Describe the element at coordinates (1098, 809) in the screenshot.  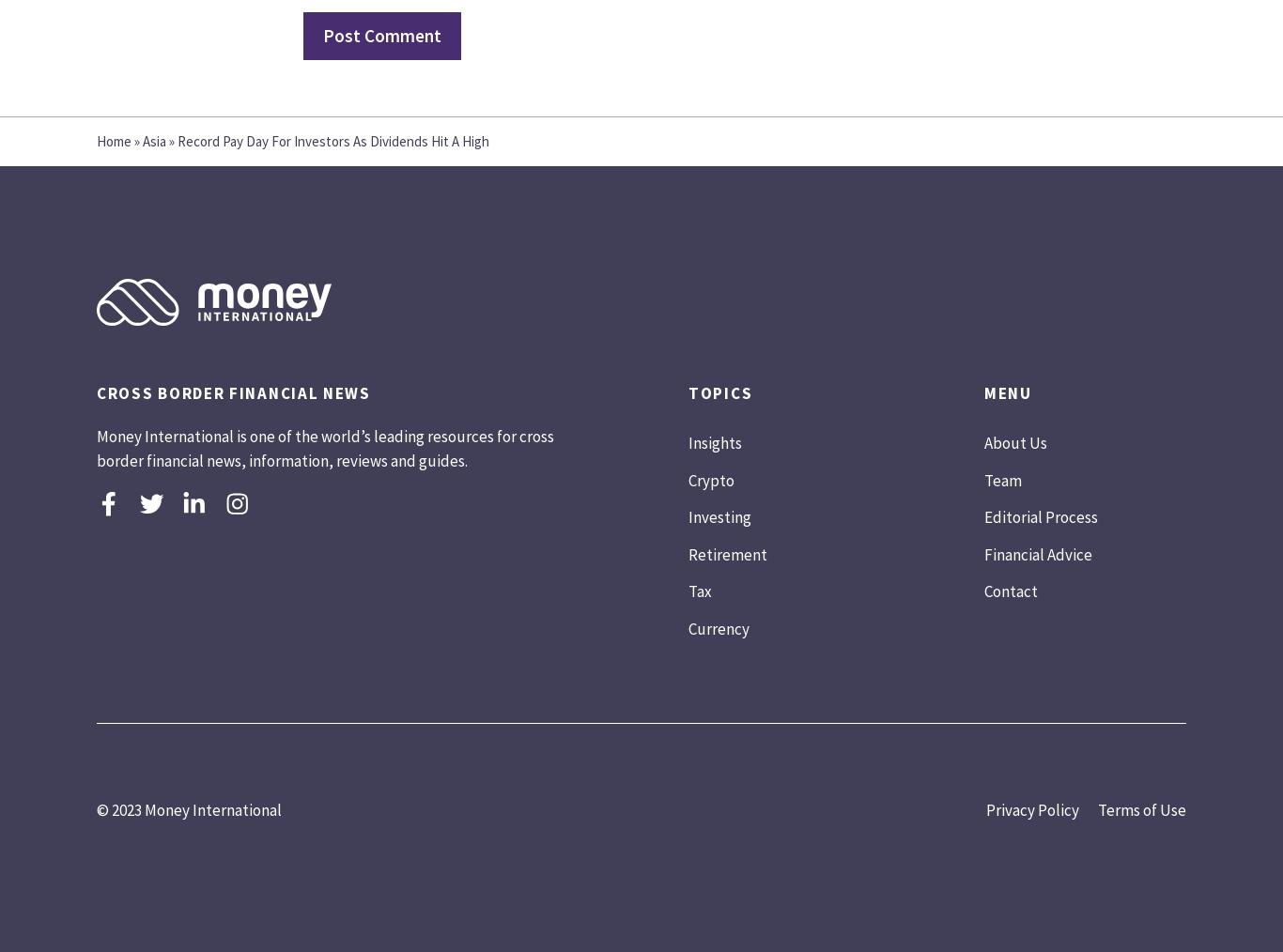
I see `'Terms of Use'` at that location.